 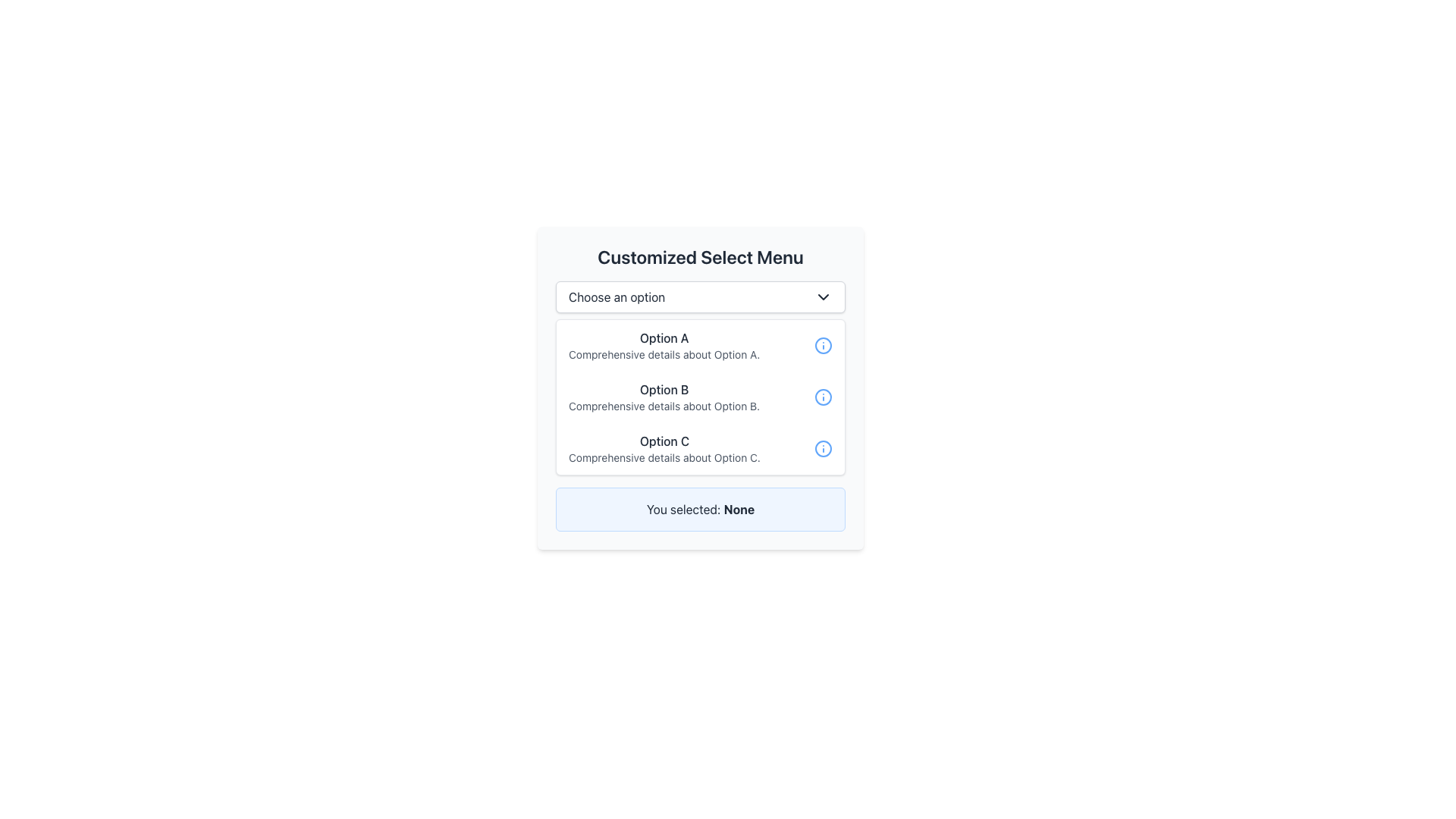 I want to click on the circular Visual icon with a thin, colored border located in the bottom-right corner of the third card labeled 'Option C', so click(x=822, y=447).